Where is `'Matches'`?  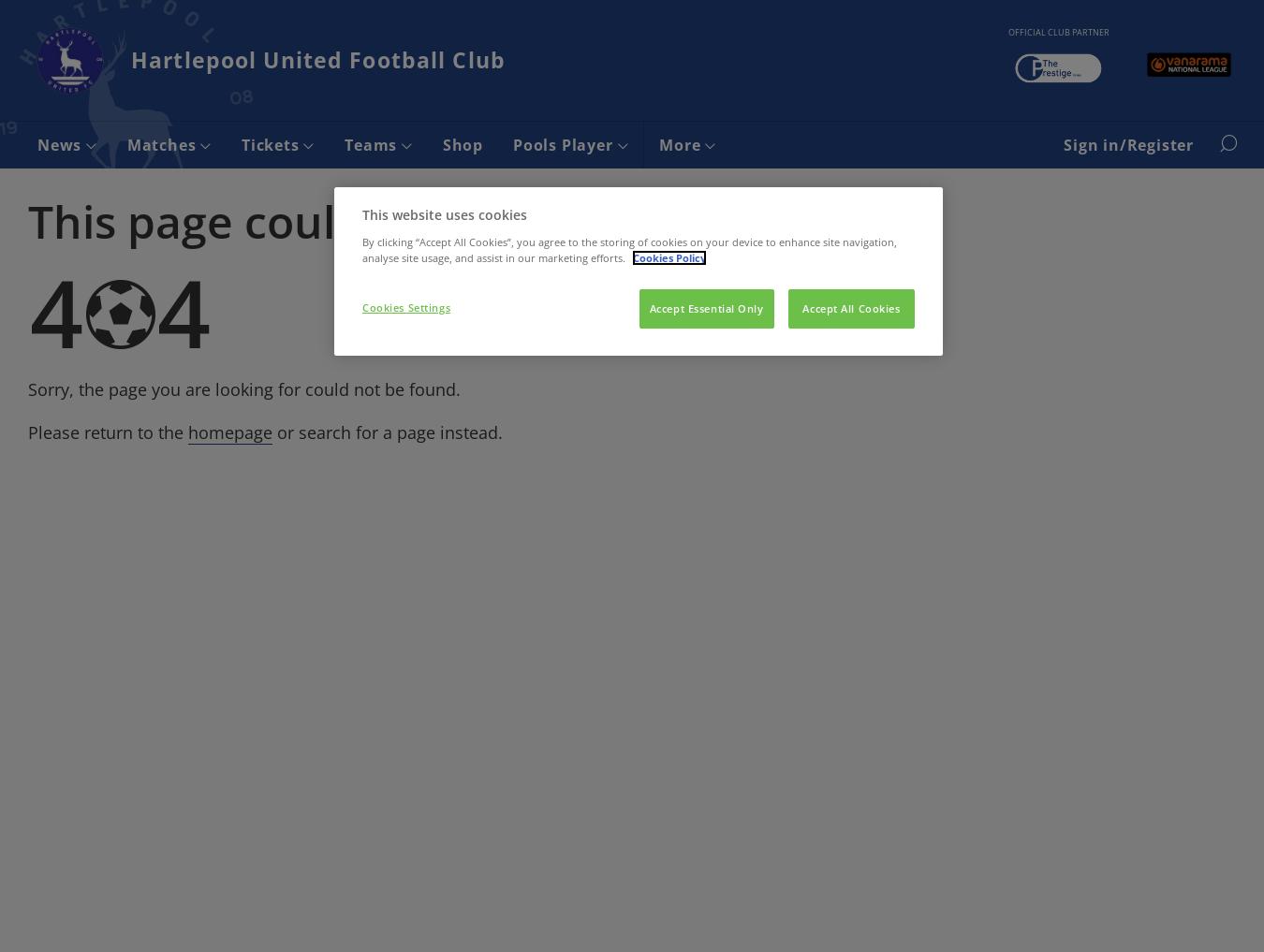
'Matches' is located at coordinates (163, 143).